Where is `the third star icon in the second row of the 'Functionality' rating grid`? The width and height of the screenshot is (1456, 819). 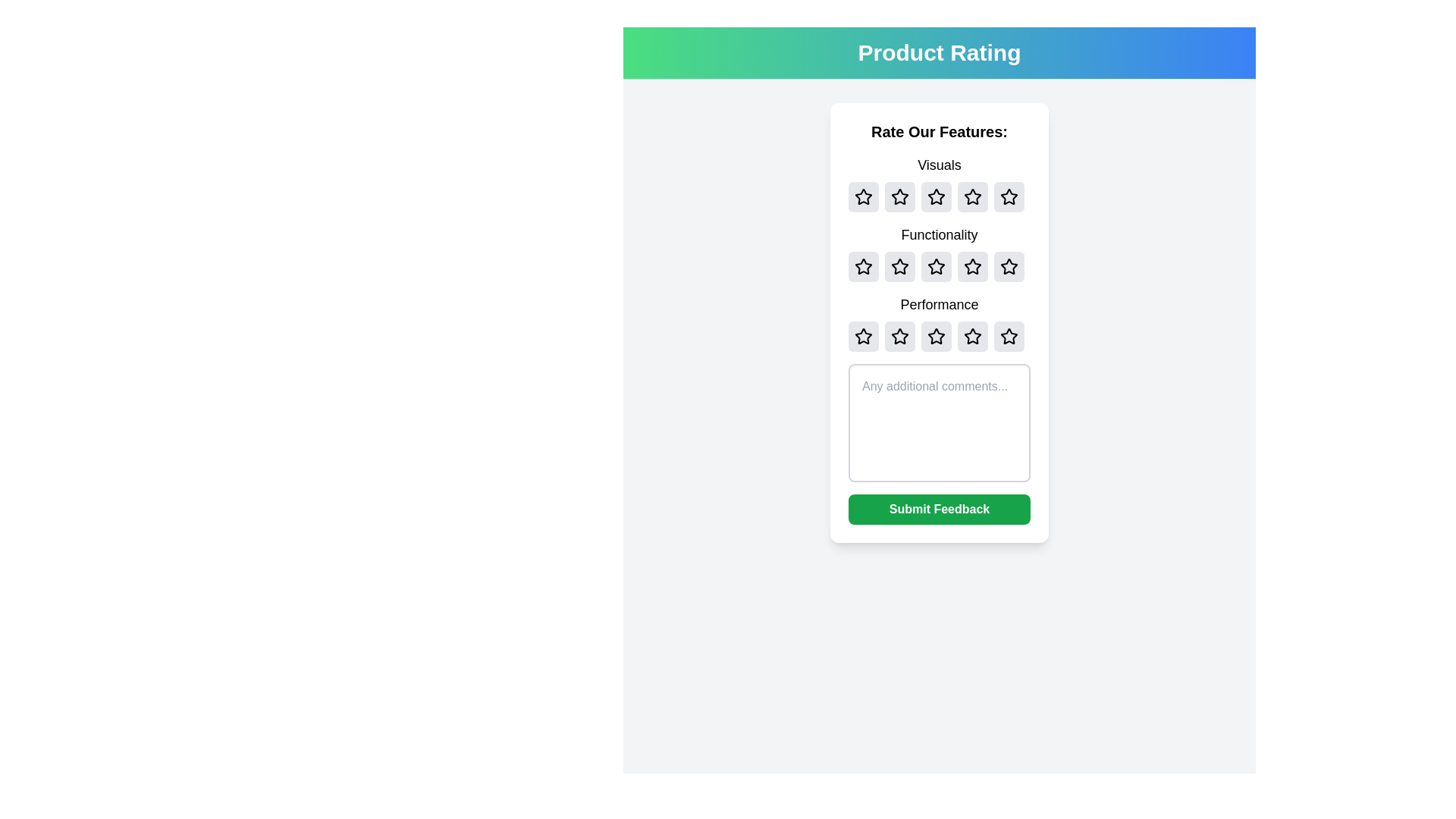
the third star icon in the second row of the 'Functionality' rating grid is located at coordinates (972, 265).